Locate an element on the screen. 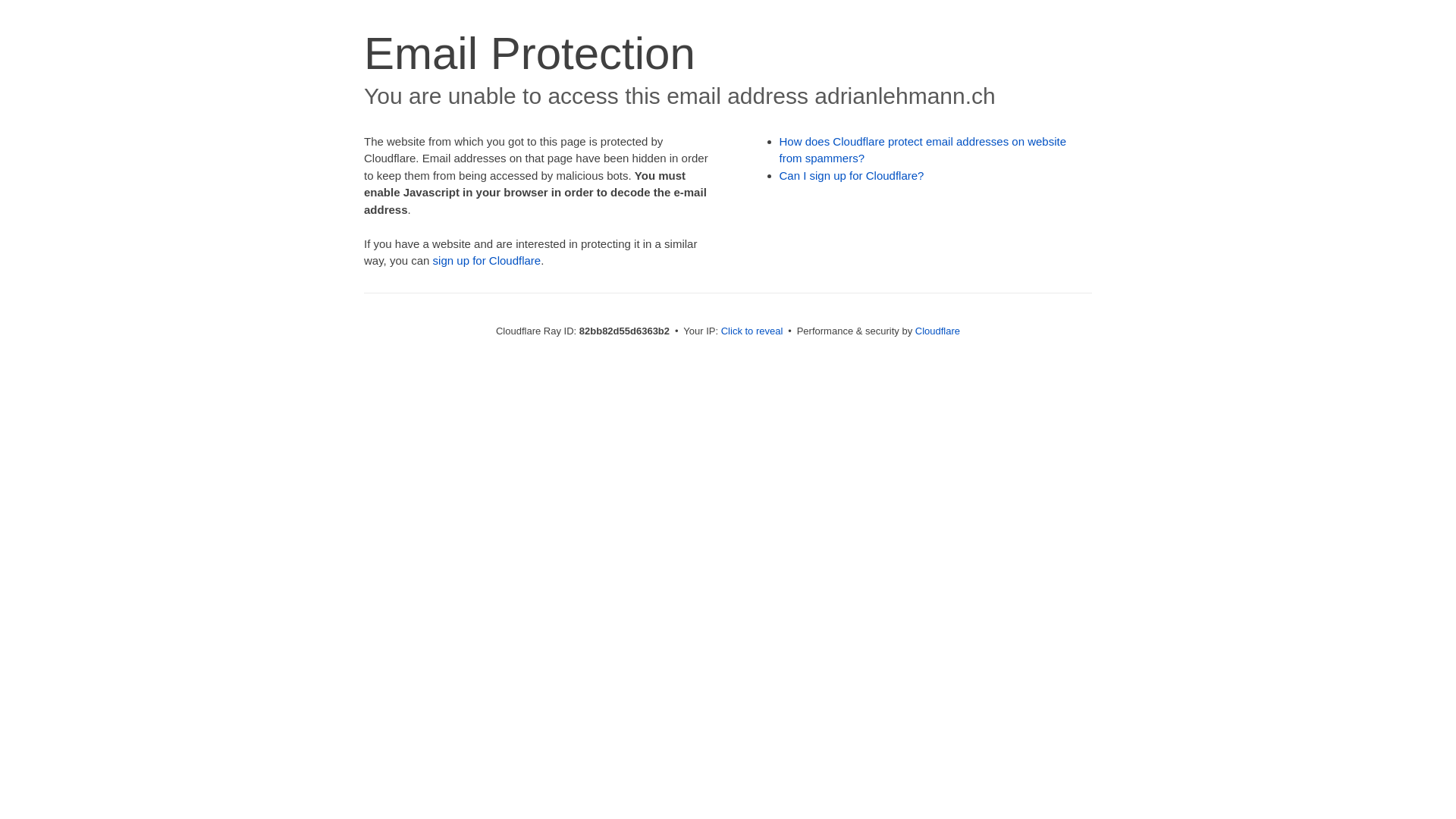 This screenshot has width=1456, height=819. 'Can I sign up for Cloudflare?' is located at coordinates (852, 174).